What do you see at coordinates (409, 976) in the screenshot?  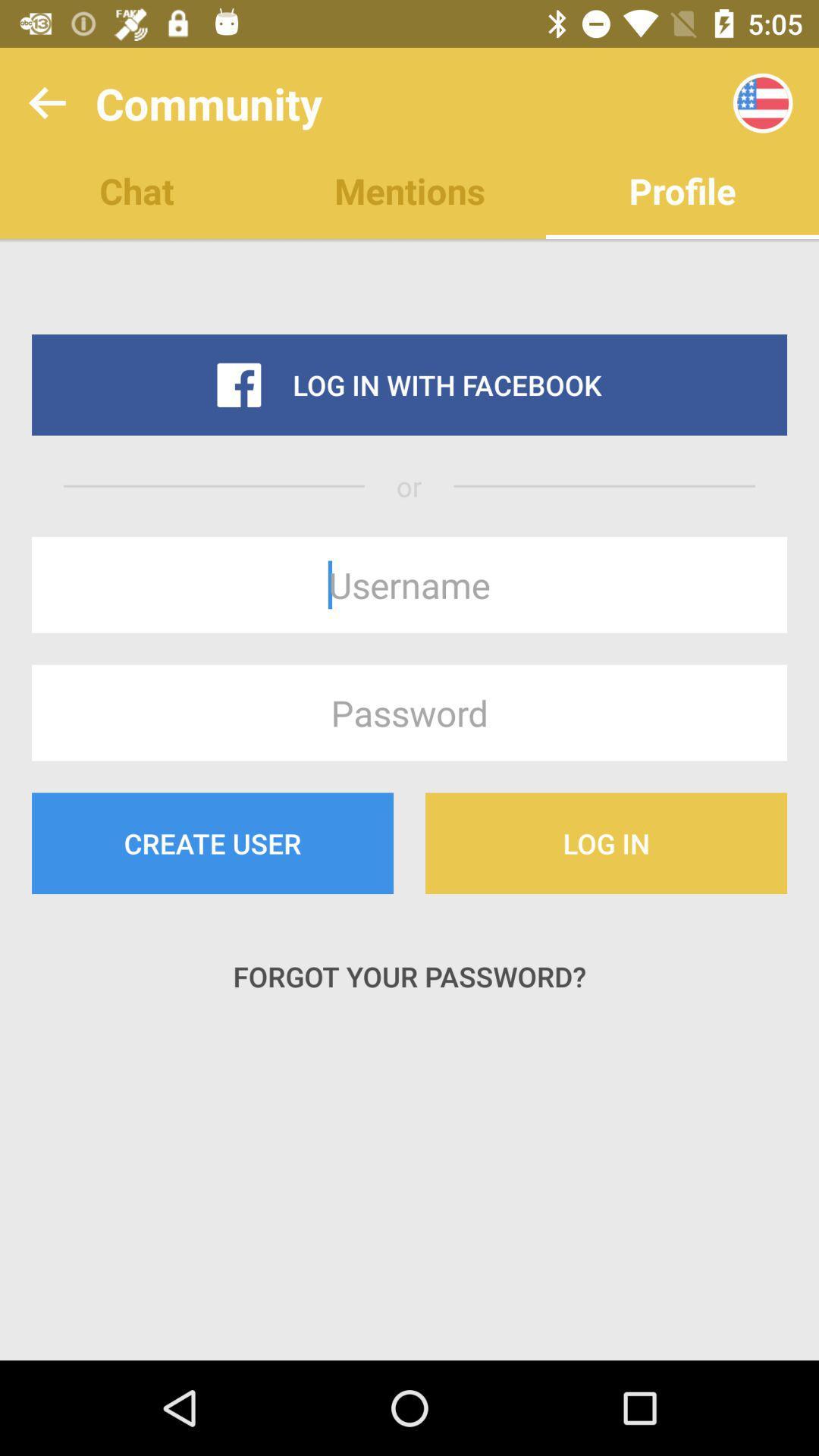 I see `forgot your password? item` at bounding box center [409, 976].